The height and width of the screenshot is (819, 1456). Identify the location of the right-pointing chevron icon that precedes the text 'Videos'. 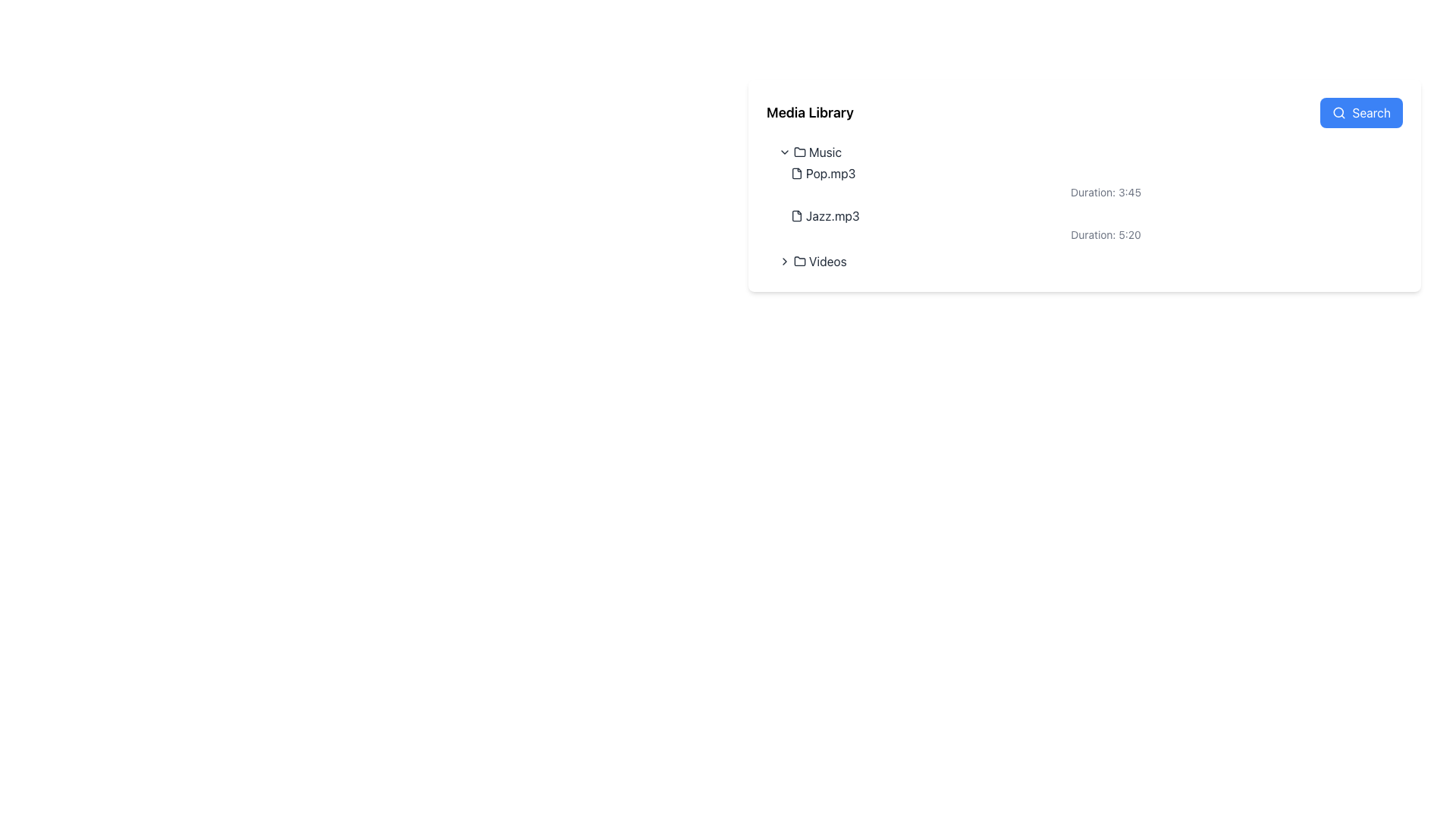
(785, 260).